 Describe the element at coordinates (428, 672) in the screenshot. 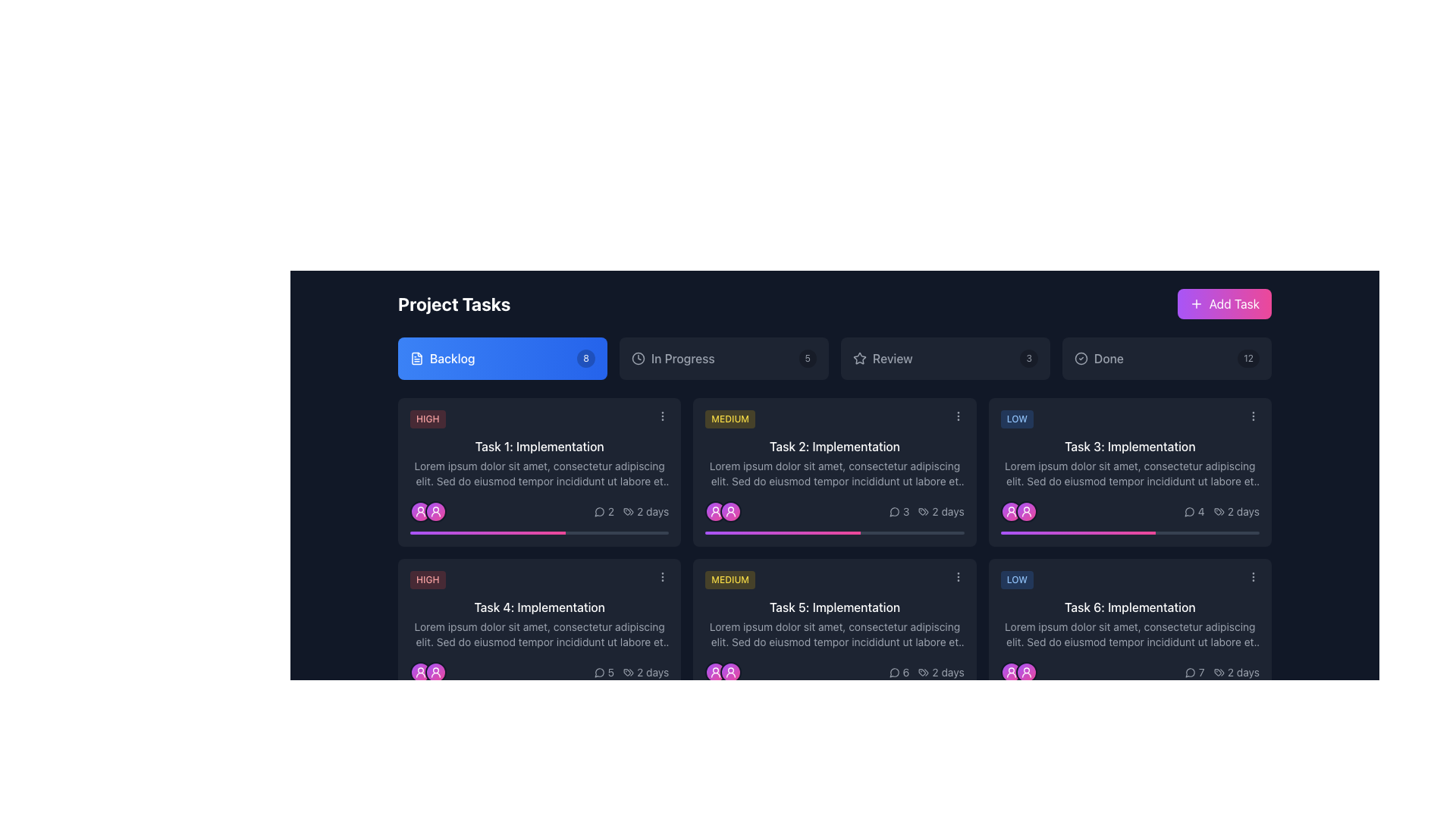

I see `the two graphical icons of user representations, designed as circular avatars, located in the bottom-left of the card titled 'Task 4: Implementation' in the 'Backlog' section` at that location.